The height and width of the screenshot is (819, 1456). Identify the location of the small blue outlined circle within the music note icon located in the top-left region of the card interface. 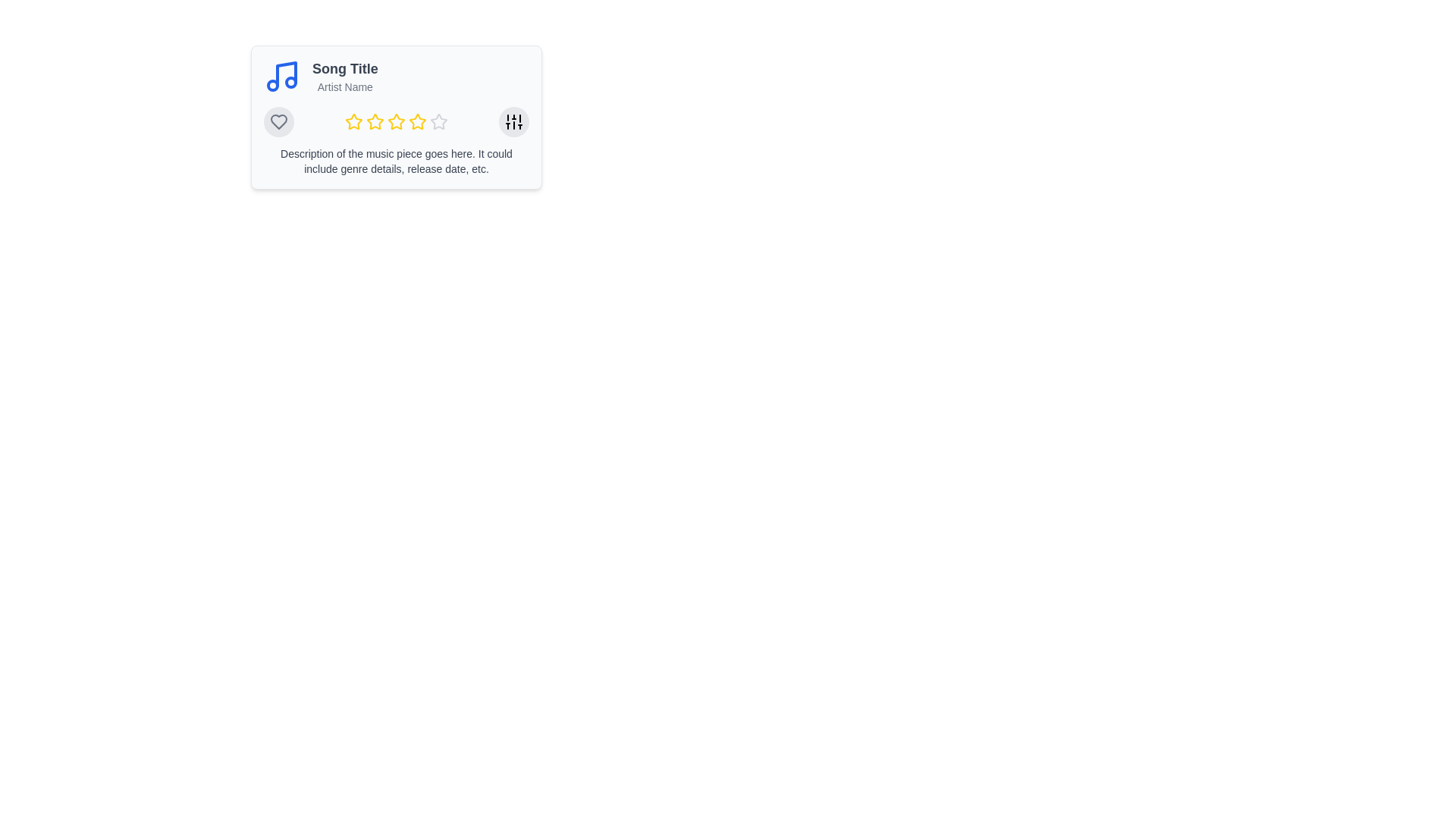
(273, 85).